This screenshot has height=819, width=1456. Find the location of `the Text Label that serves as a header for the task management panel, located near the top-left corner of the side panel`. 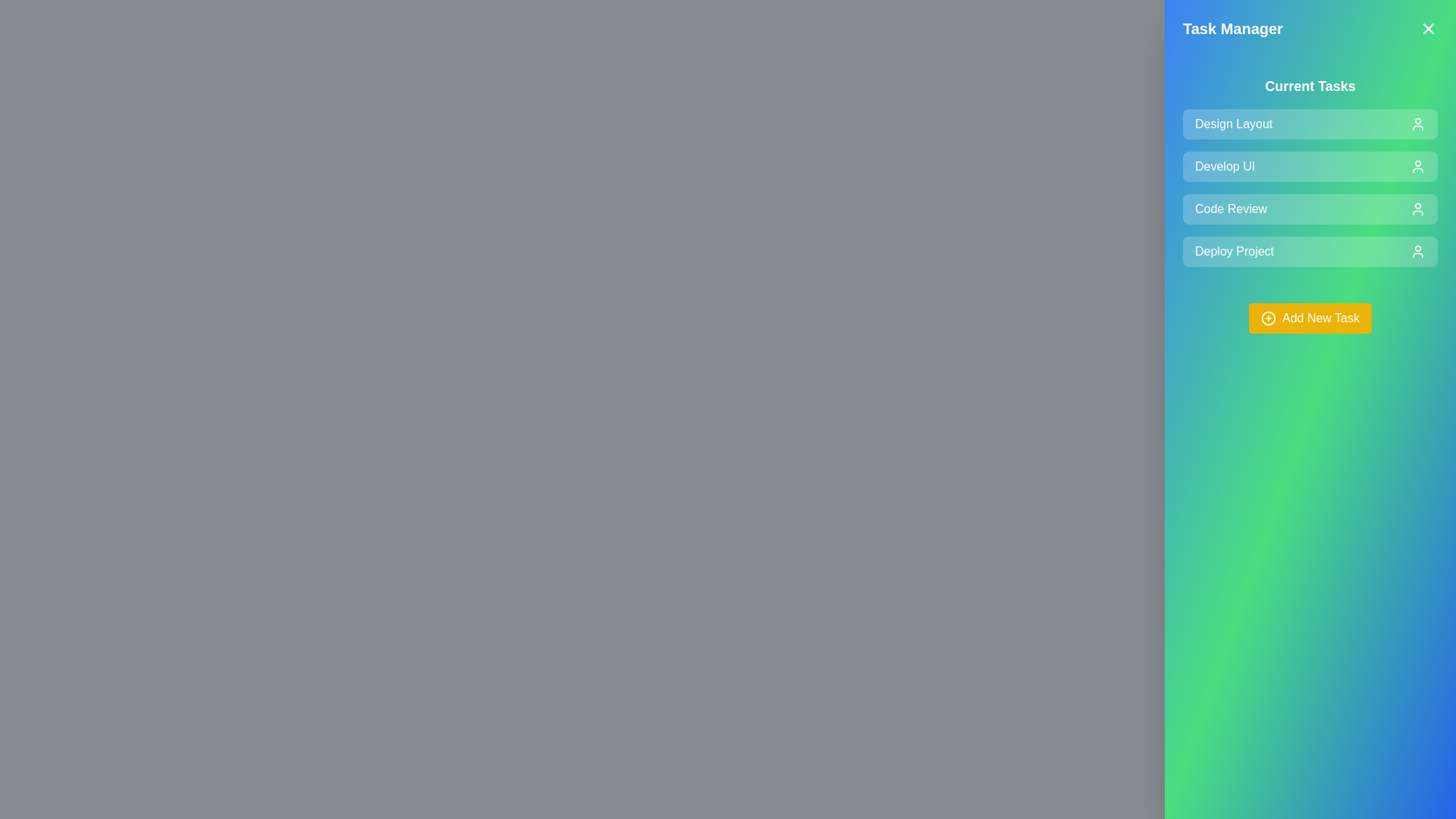

the Text Label that serves as a header for the task management panel, located near the top-left corner of the side panel is located at coordinates (1232, 29).